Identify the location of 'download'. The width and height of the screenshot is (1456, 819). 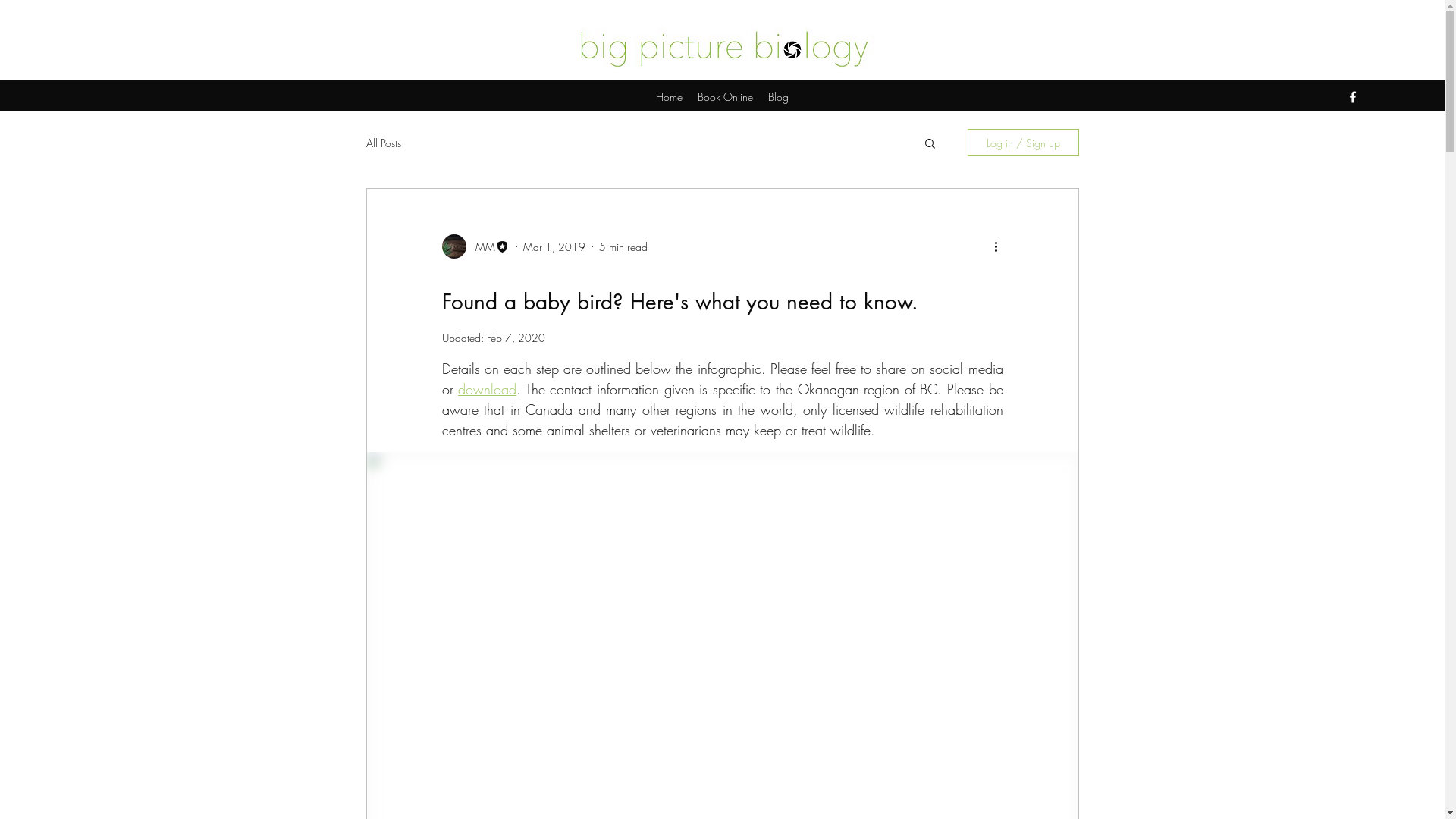
(487, 388).